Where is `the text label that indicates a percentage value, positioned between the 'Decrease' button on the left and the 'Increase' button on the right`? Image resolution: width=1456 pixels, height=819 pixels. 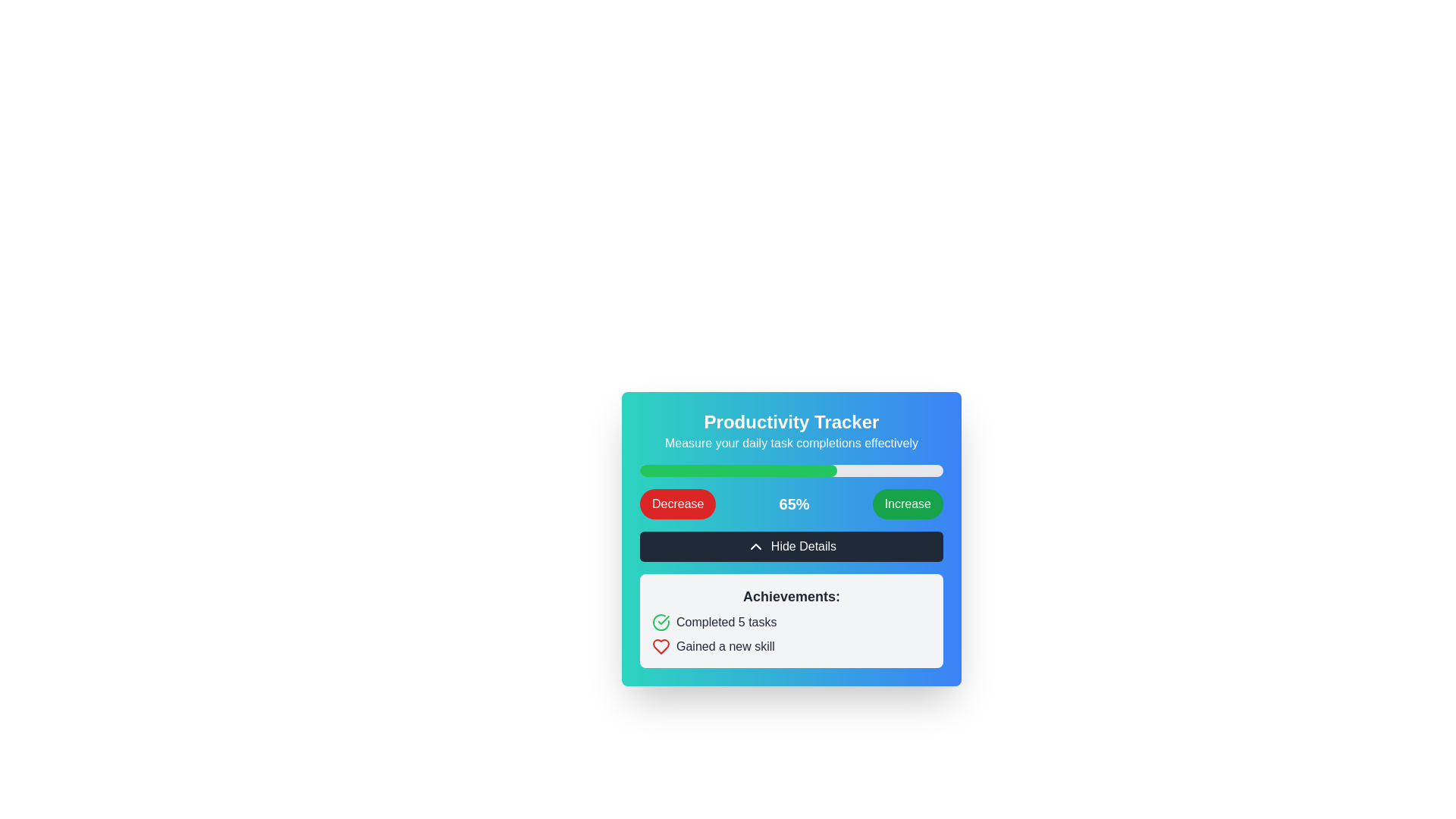
the text label that indicates a percentage value, positioned between the 'Decrease' button on the left and the 'Increase' button on the right is located at coordinates (793, 504).